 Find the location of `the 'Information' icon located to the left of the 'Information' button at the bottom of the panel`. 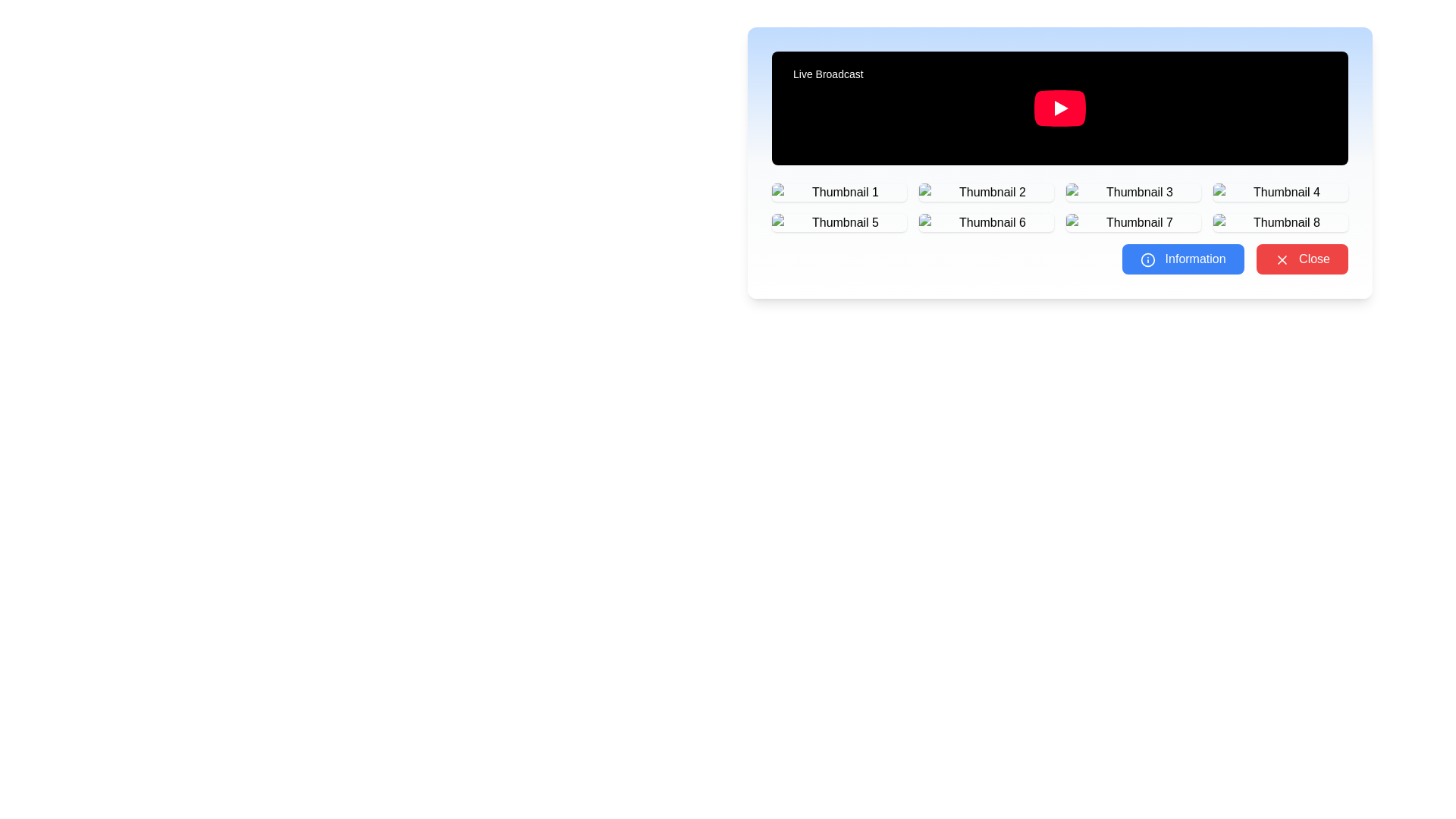

the 'Information' icon located to the left of the 'Information' button at the bottom of the panel is located at coordinates (1148, 259).